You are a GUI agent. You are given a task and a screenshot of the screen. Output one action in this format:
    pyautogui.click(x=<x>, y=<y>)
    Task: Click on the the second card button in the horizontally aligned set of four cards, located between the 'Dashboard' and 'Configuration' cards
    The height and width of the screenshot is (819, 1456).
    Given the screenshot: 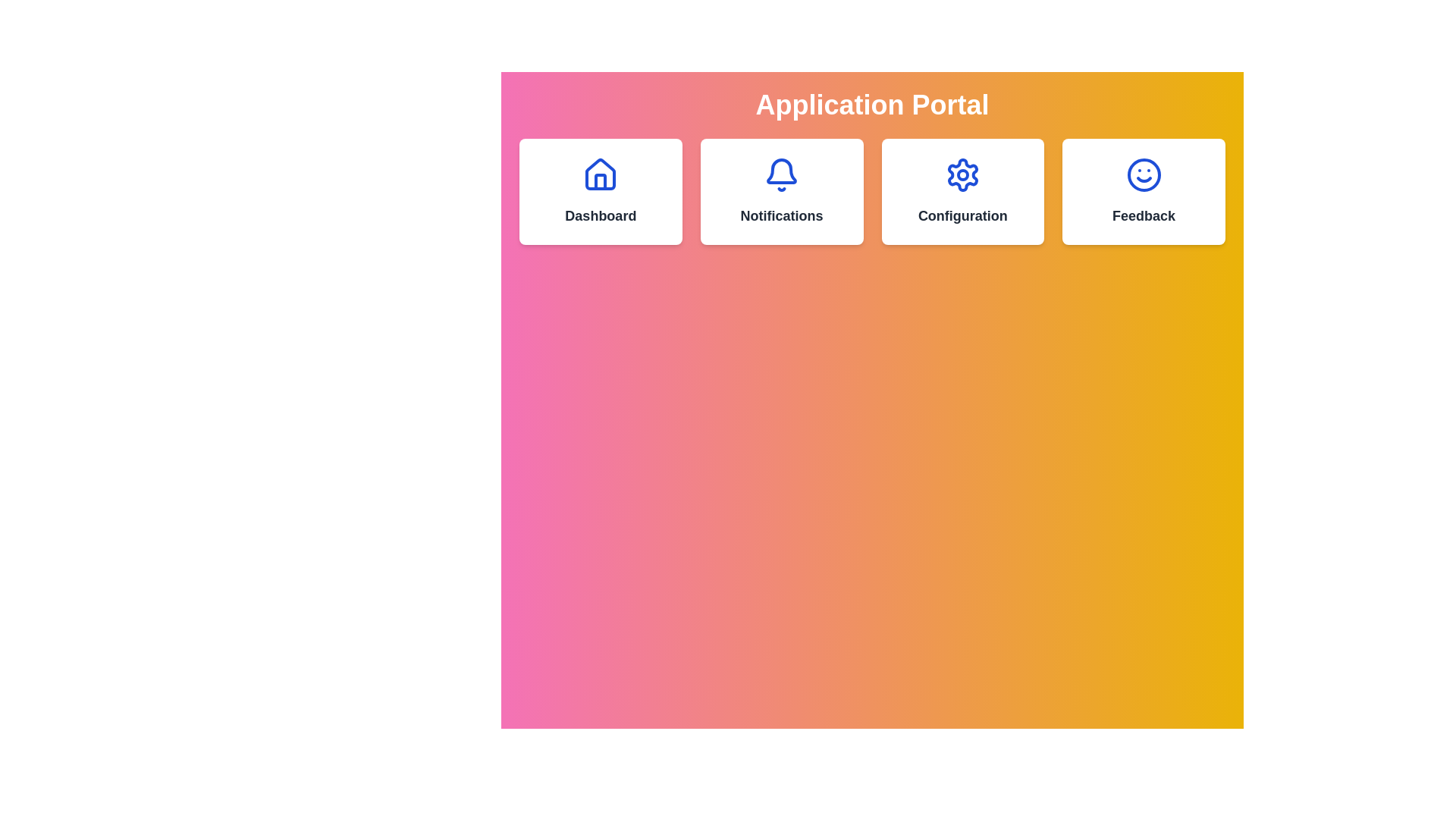 What is the action you would take?
    pyautogui.click(x=782, y=191)
    